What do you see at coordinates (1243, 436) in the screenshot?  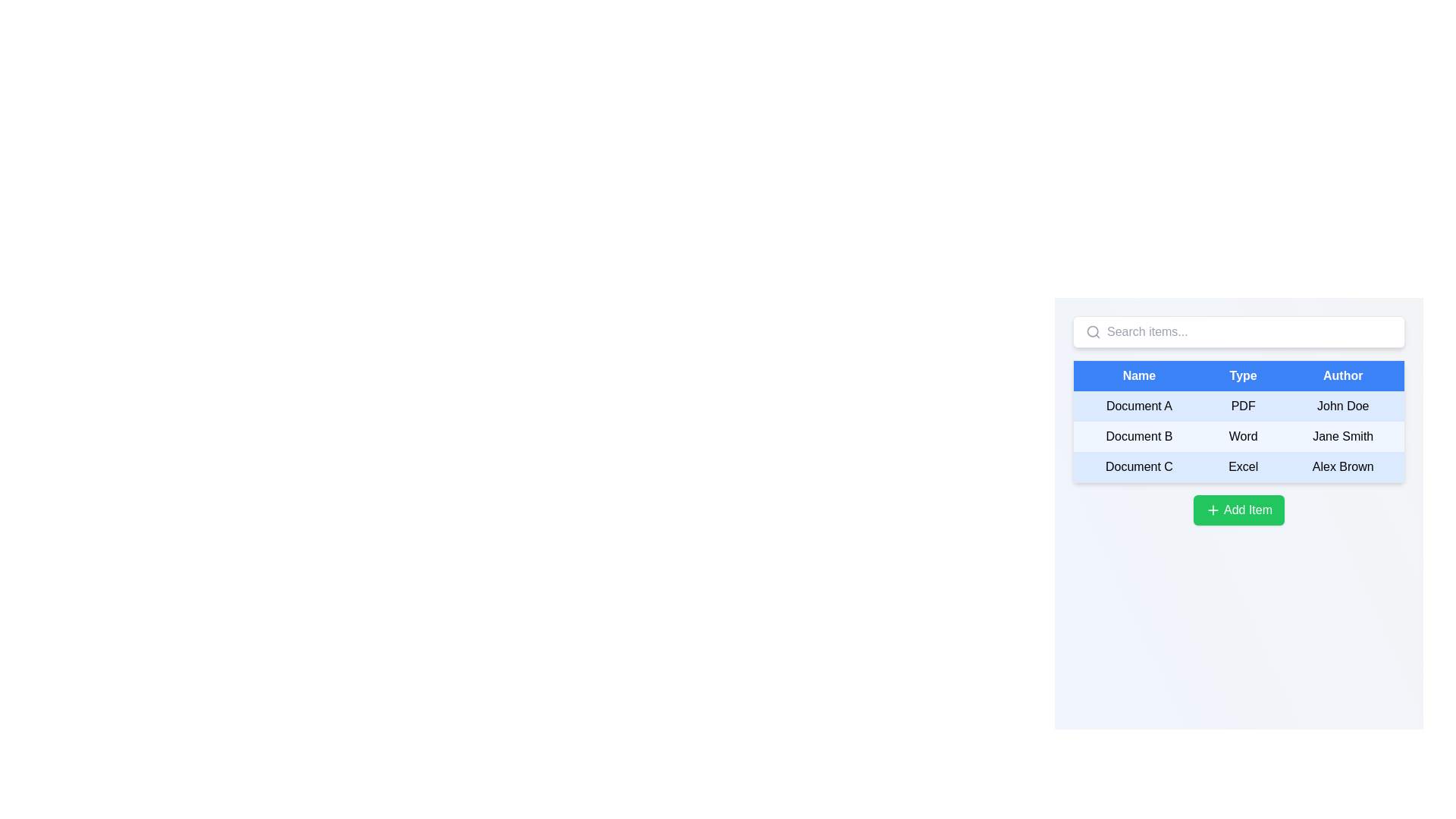 I see `text label indicating 'Word' in the second row, second column of the data table for 'Document B'` at bounding box center [1243, 436].